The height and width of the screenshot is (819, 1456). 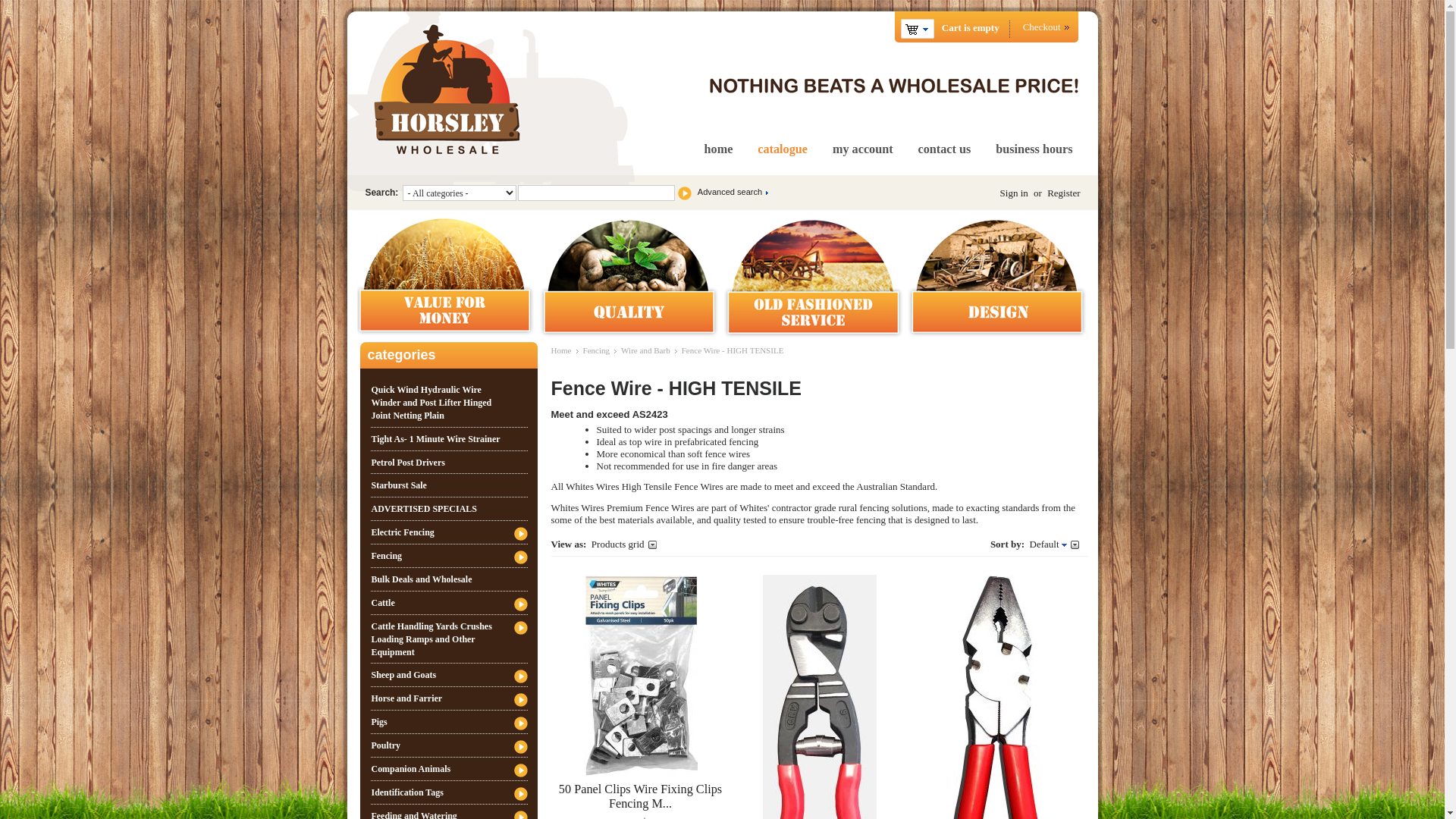 I want to click on 'business hours', so click(x=996, y=149).